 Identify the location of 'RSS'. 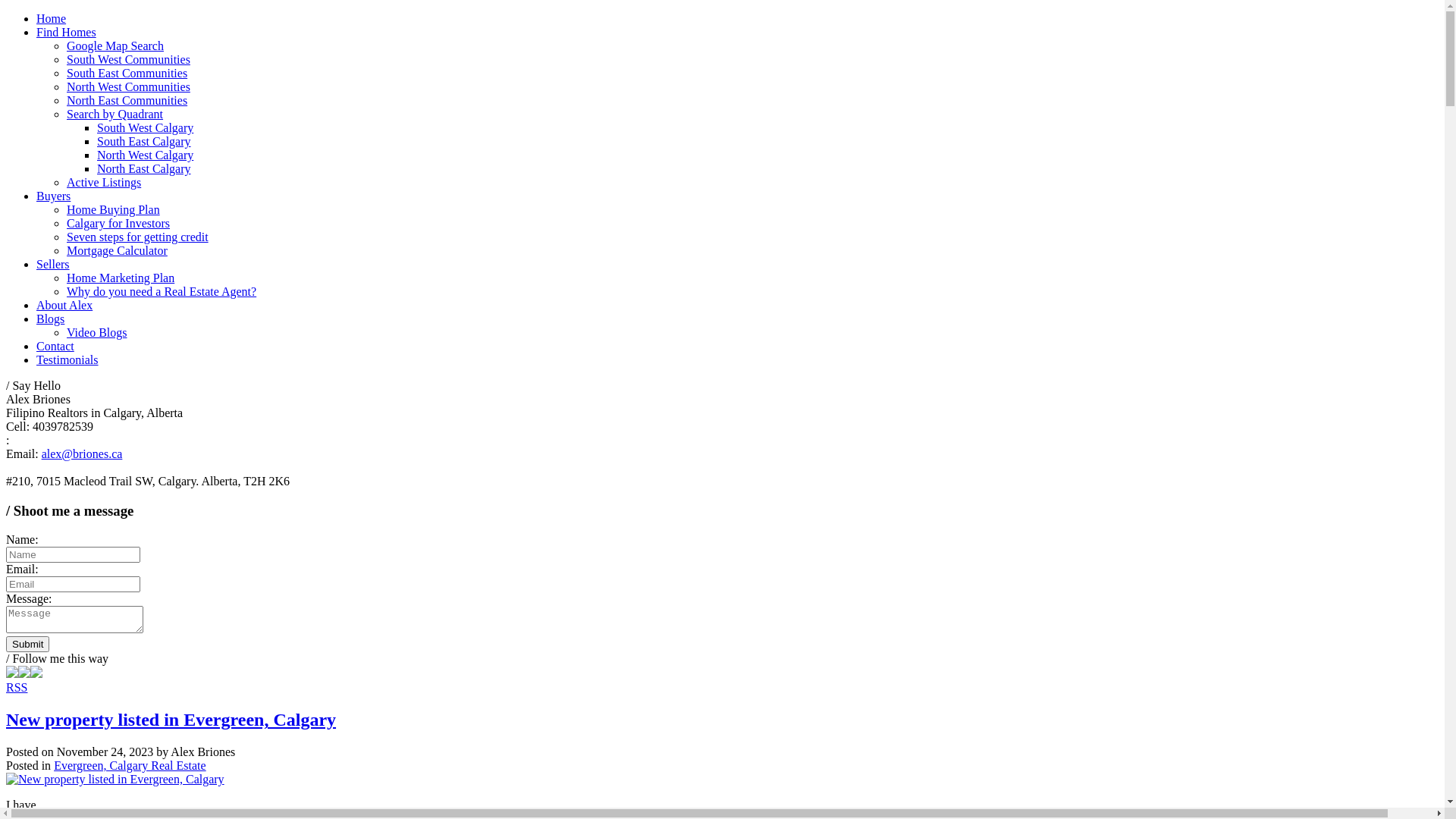
(17, 687).